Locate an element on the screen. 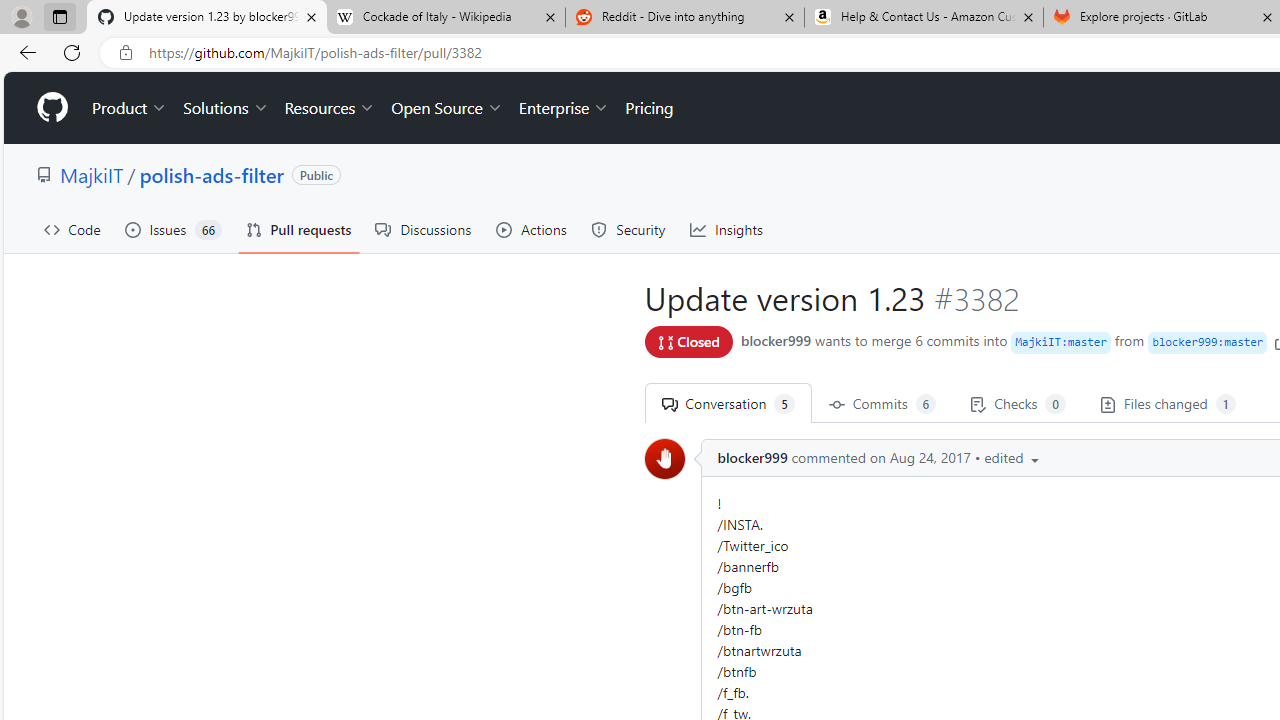 The width and height of the screenshot is (1280, 720). 'Product' is located at coordinates (129, 108).